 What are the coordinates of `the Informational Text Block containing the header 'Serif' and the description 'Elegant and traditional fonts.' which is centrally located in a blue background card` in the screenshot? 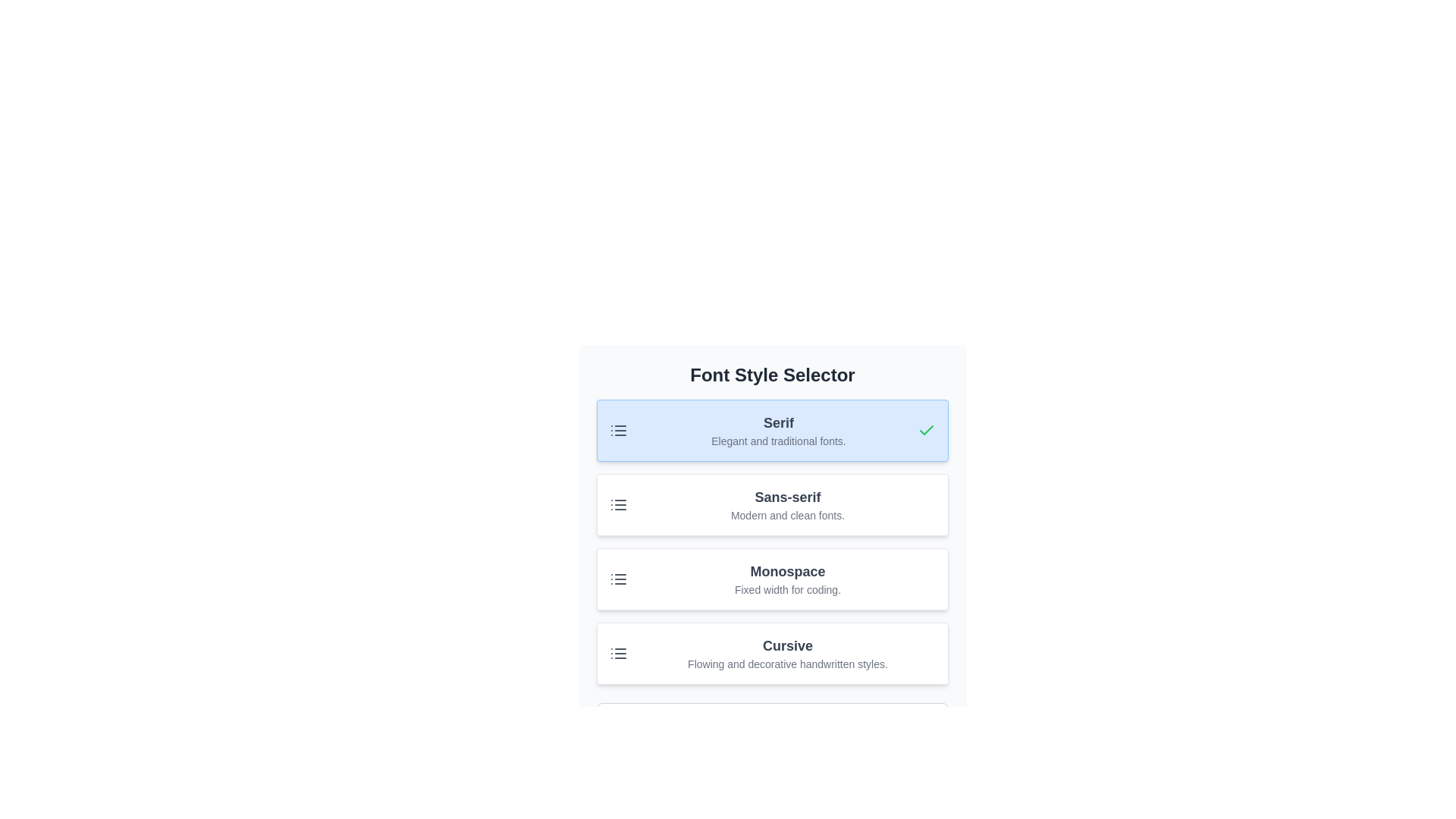 It's located at (779, 430).